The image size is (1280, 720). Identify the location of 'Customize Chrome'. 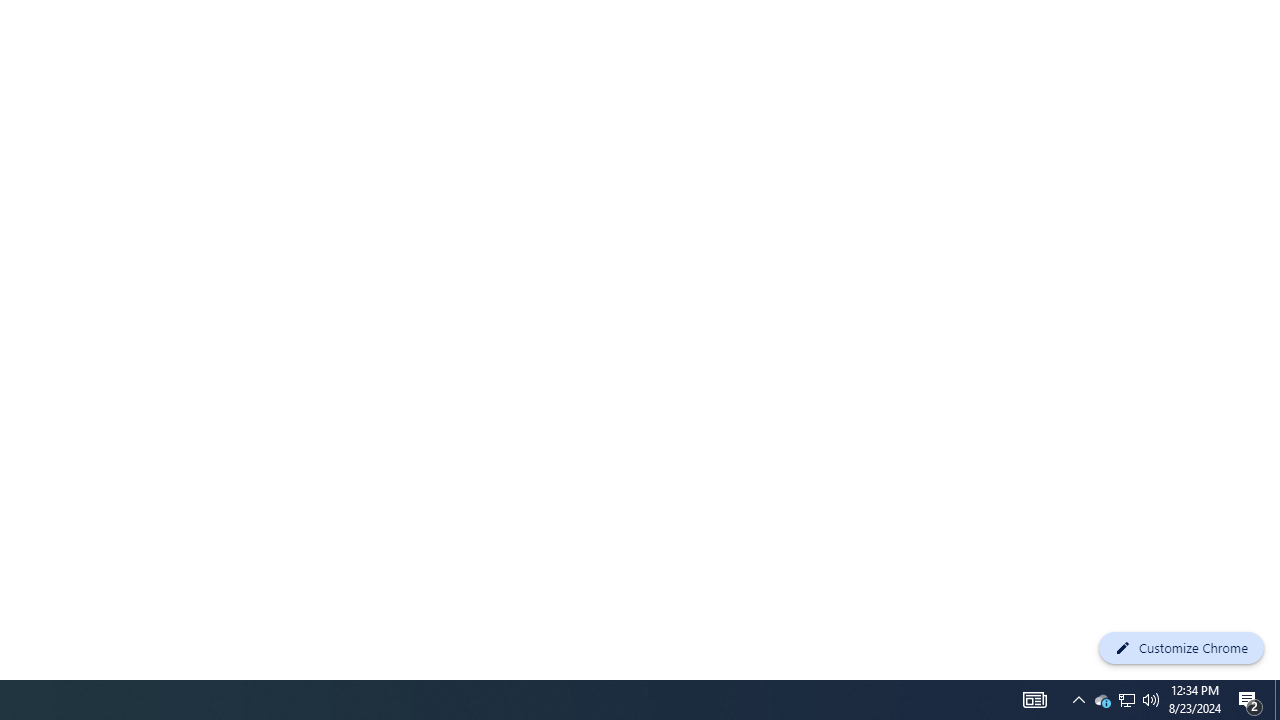
(1181, 648).